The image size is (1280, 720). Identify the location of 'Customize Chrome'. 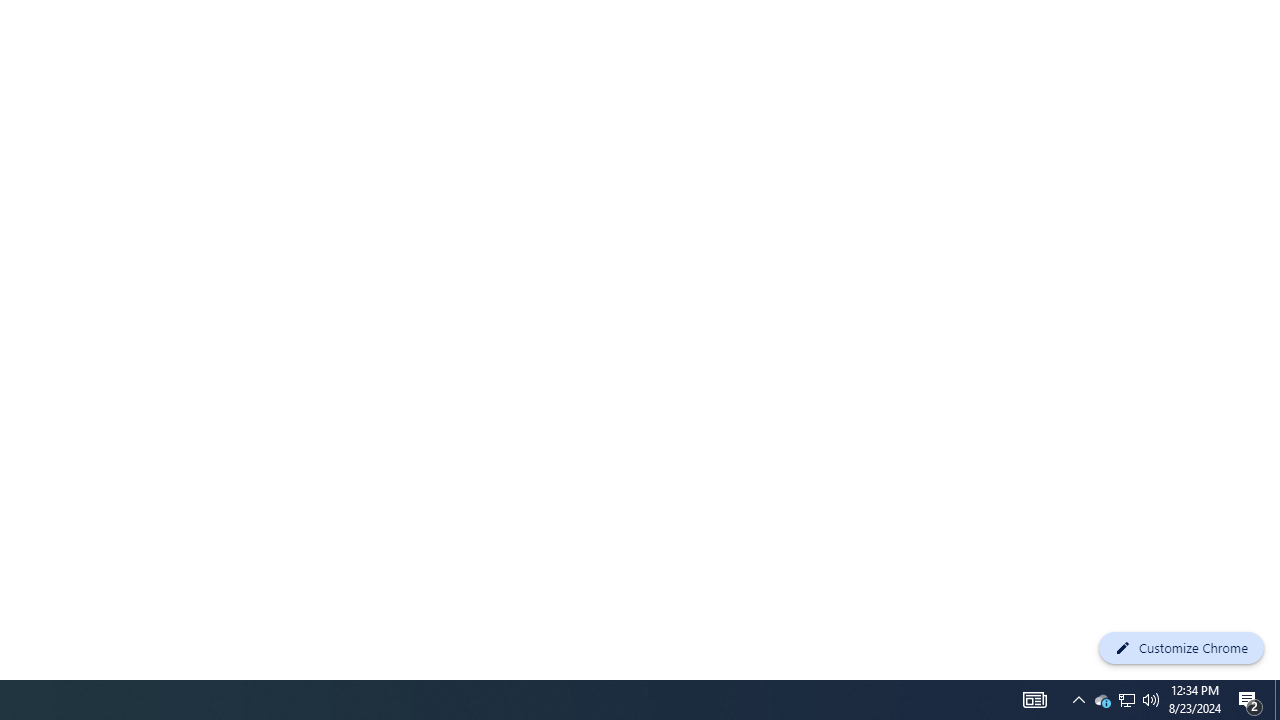
(1181, 648).